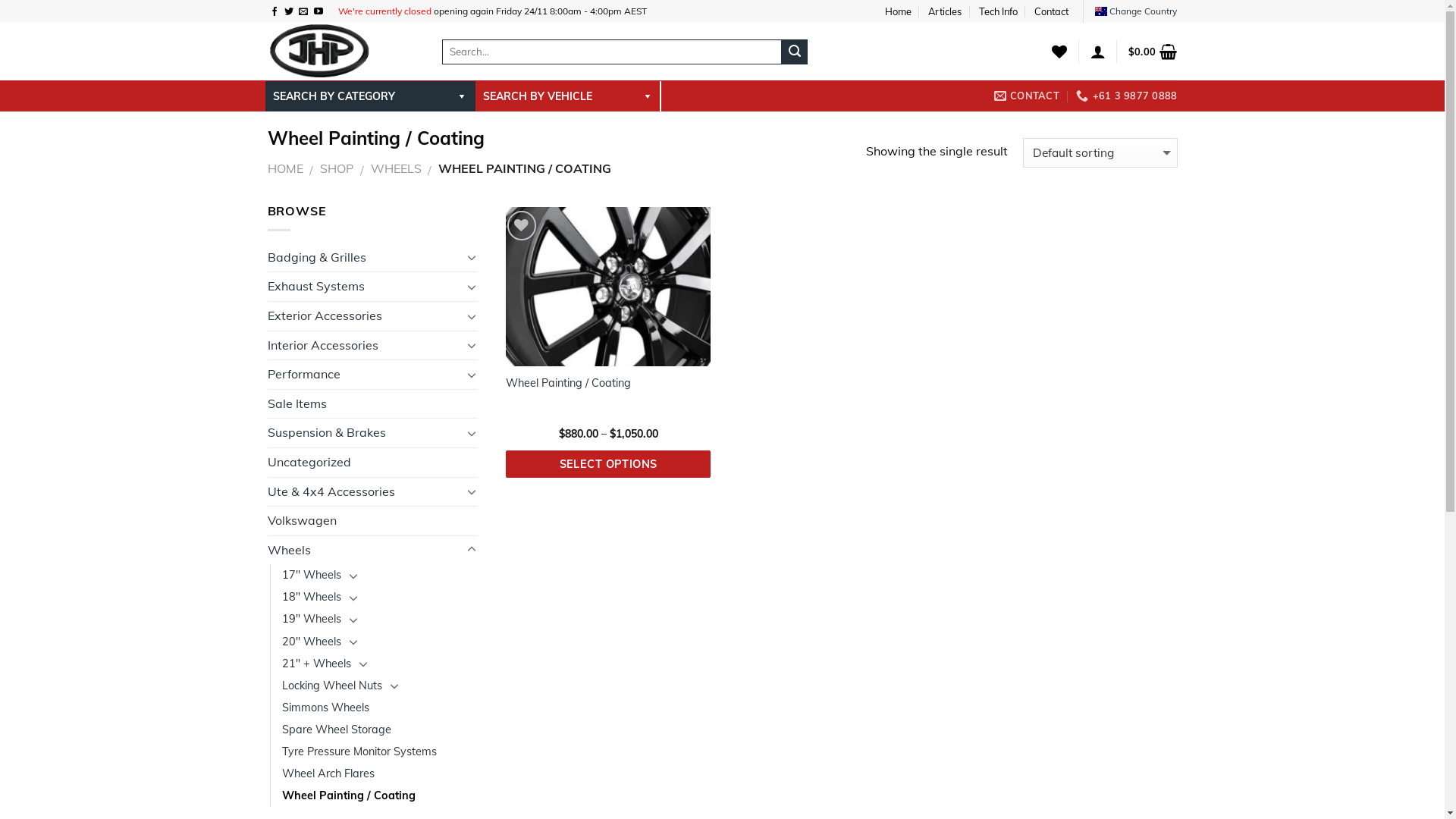 This screenshot has height=819, width=1456. Describe the element at coordinates (1050, 11) in the screenshot. I see `'Contact'` at that location.